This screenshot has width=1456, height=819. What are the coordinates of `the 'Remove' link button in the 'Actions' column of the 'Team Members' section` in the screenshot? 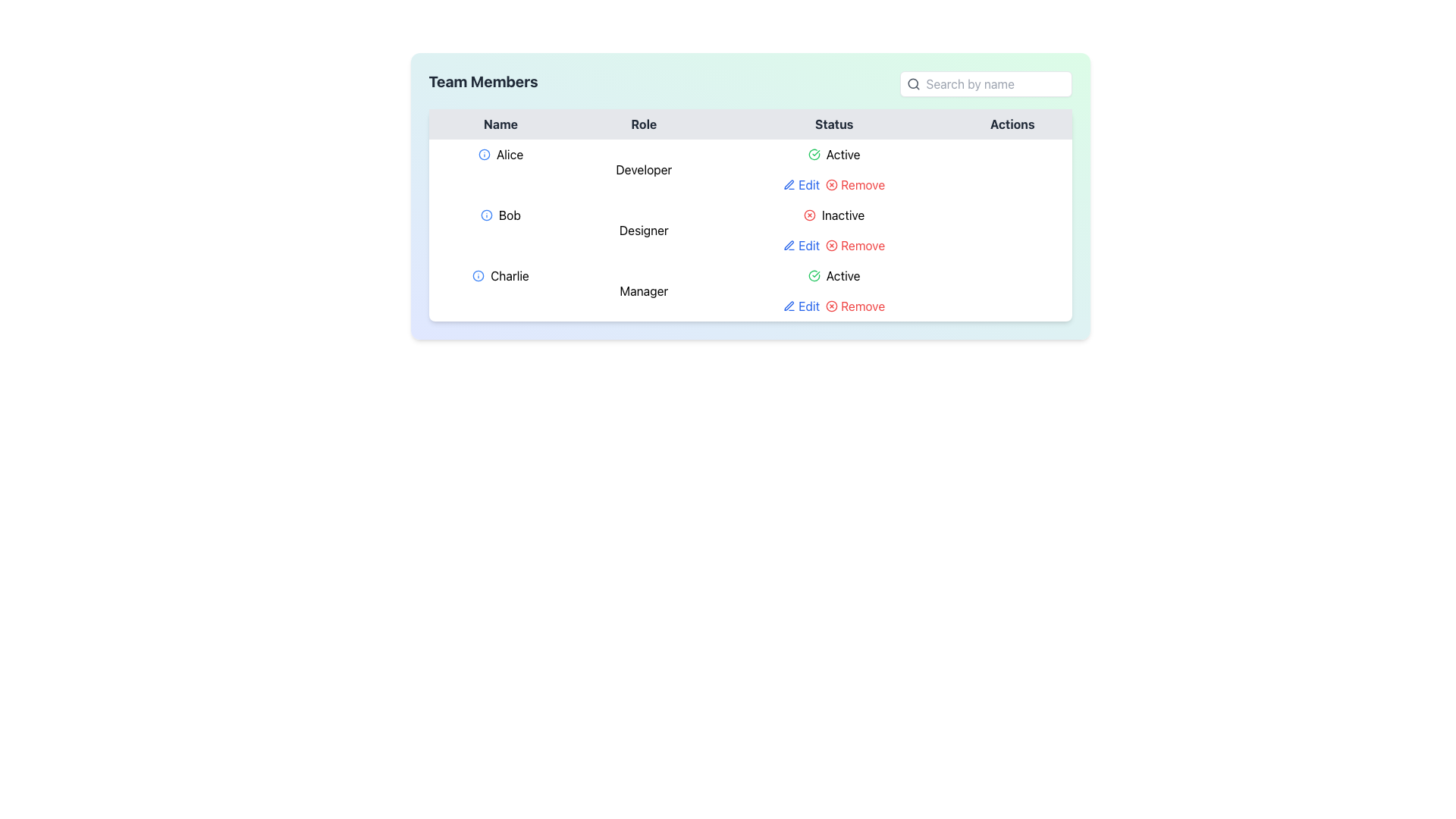 It's located at (855, 184).